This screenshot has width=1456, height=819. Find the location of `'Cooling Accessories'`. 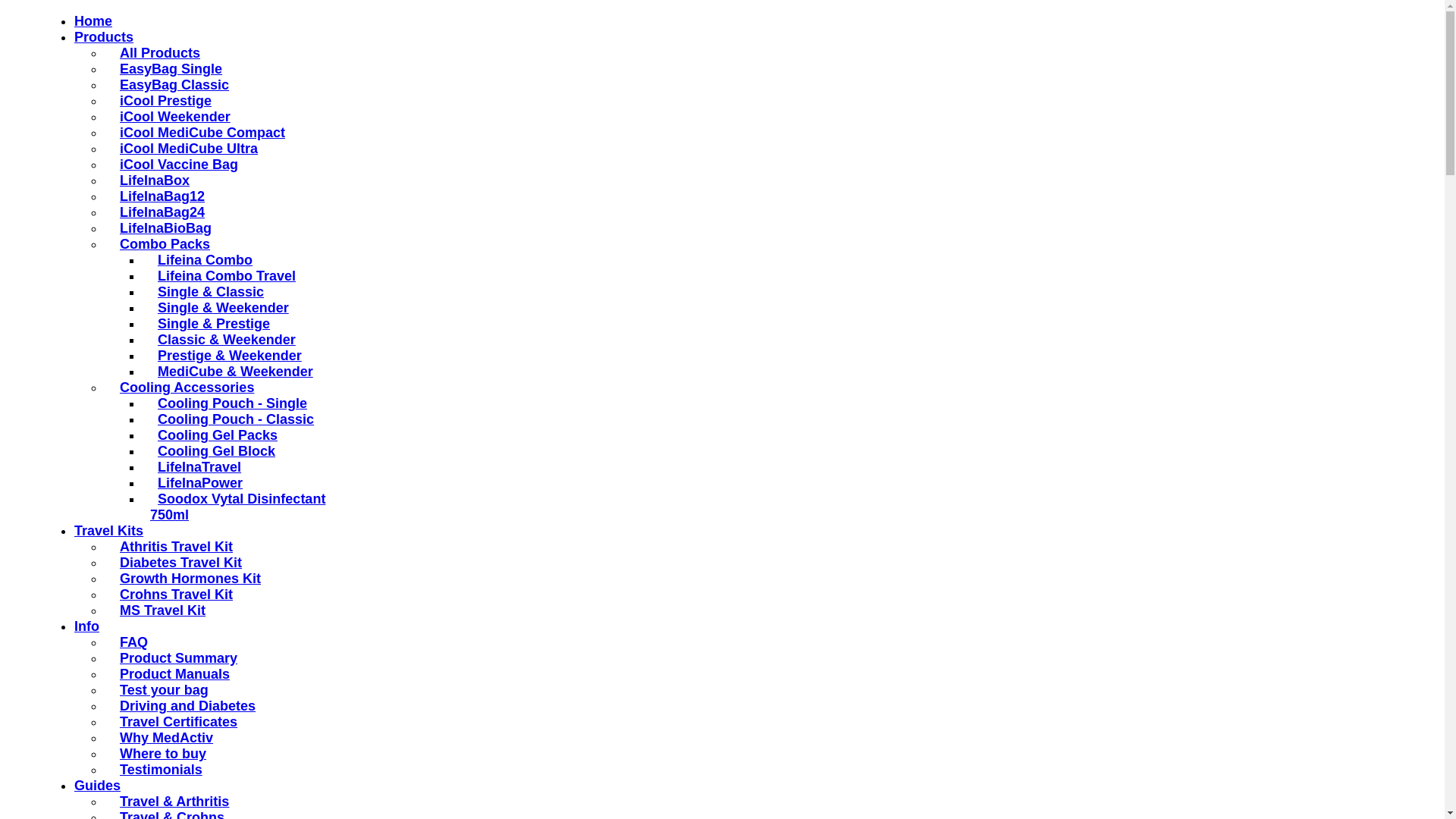

'Cooling Accessories' is located at coordinates (182, 386).